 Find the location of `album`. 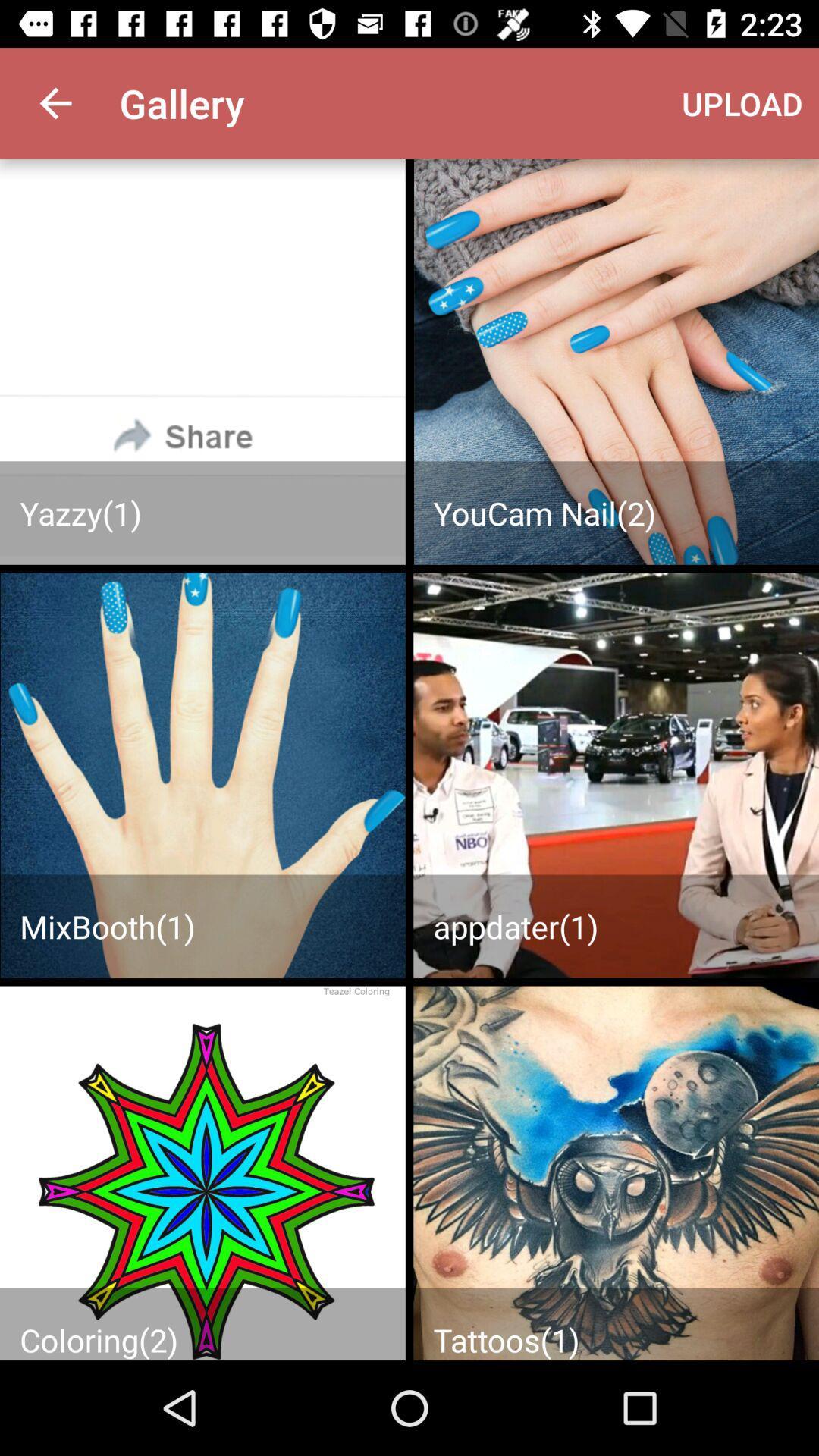

album is located at coordinates (616, 1172).